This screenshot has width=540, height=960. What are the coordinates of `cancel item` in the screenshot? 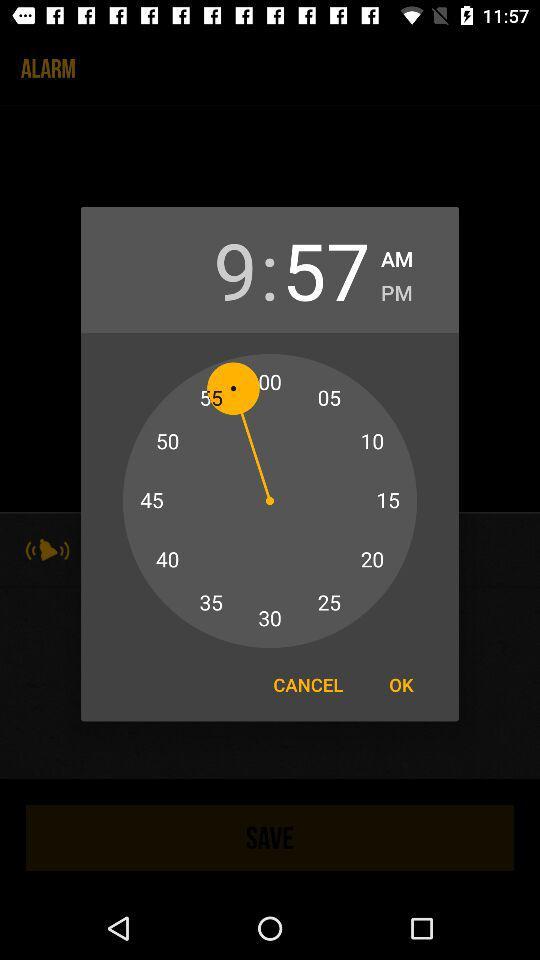 It's located at (308, 684).